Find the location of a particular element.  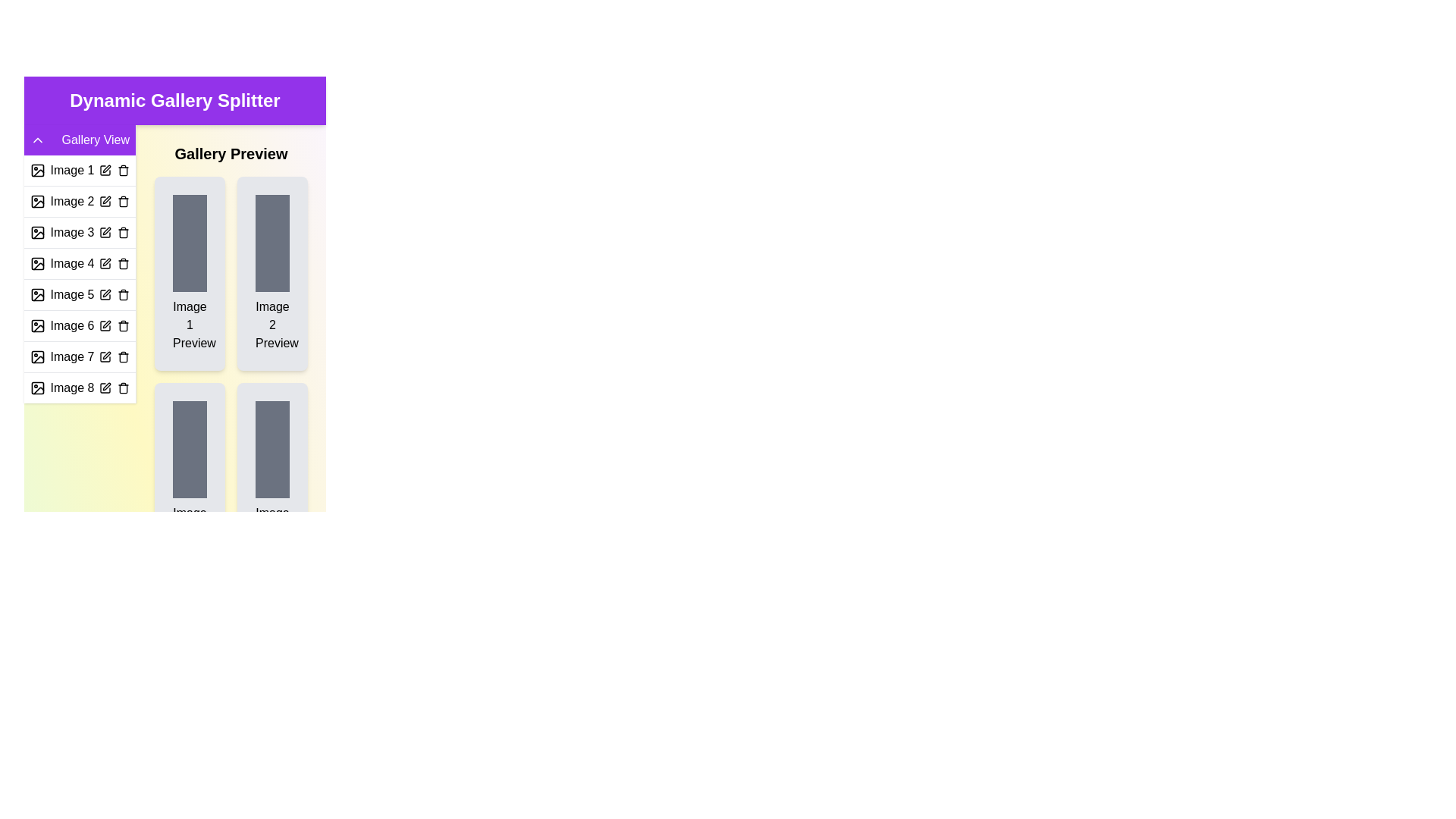

the trash icon button, which is a gray icon shaped like a trash bin located to the right of the 'Image 1' label in the left panel of the application interface is located at coordinates (124, 170).